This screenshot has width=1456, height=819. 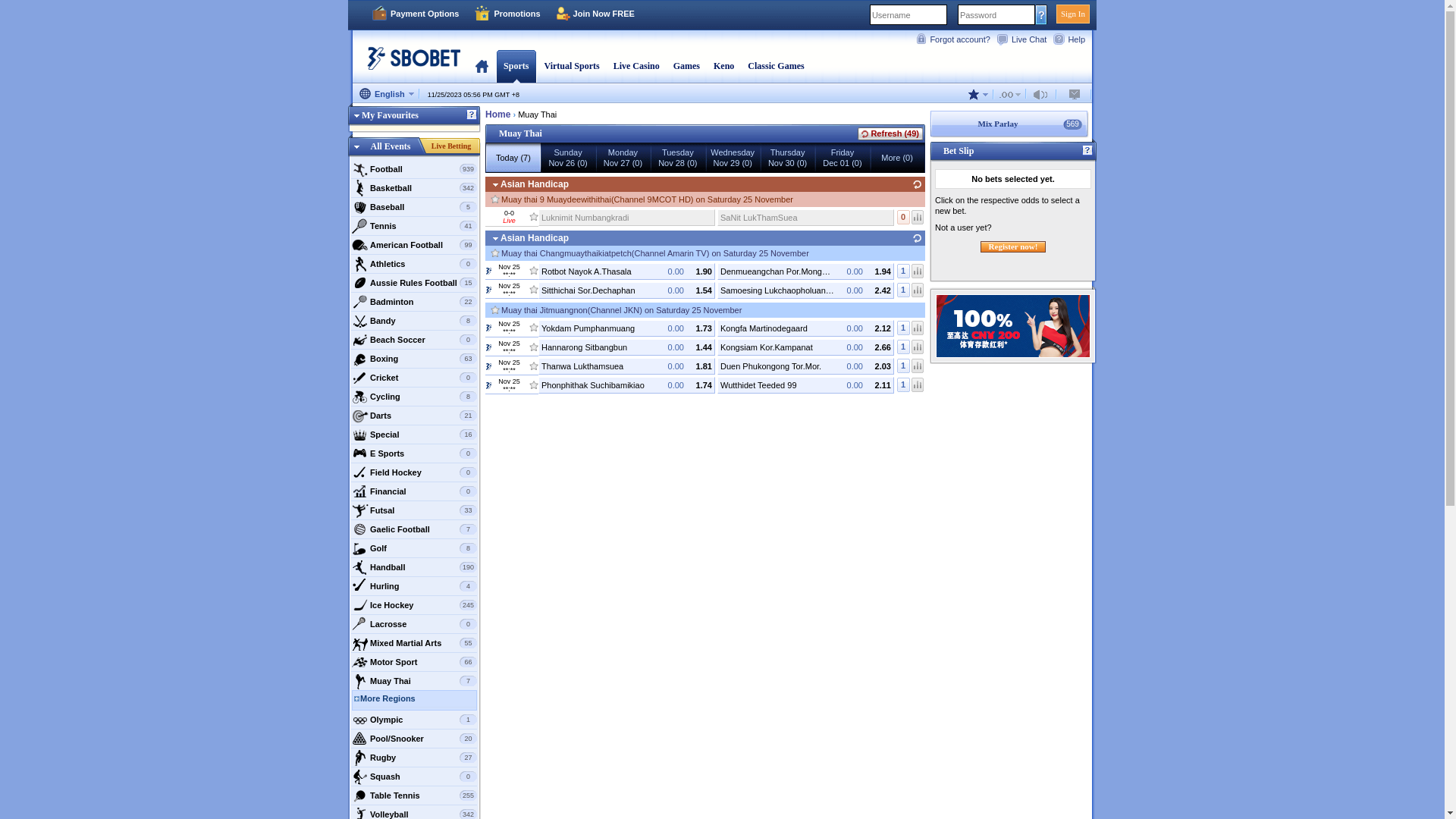 What do you see at coordinates (805, 290) in the screenshot?
I see `'2.42` at bounding box center [805, 290].